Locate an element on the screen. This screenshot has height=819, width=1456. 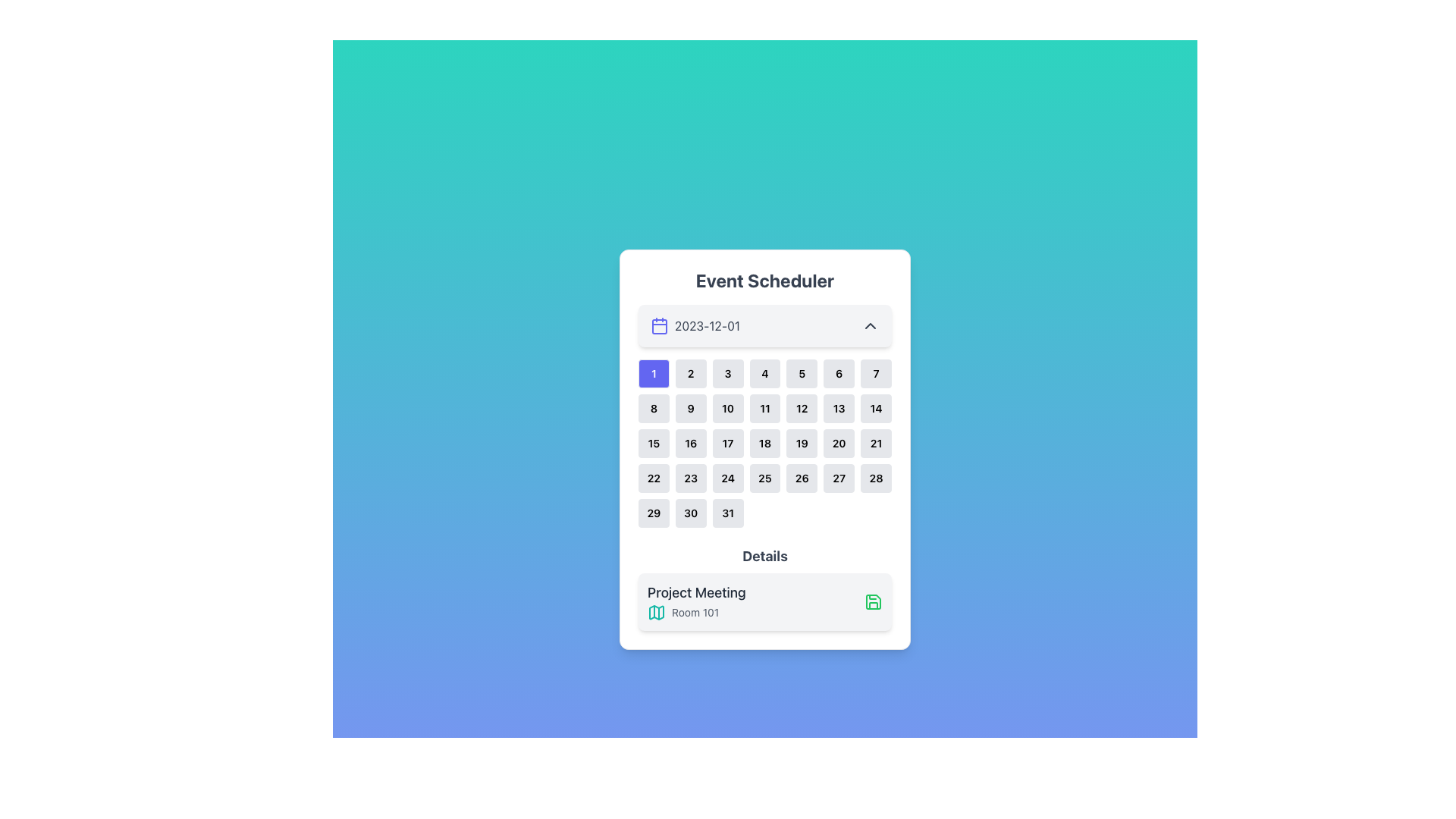
the light gray button labeled '23' in the calendar component is located at coordinates (690, 479).